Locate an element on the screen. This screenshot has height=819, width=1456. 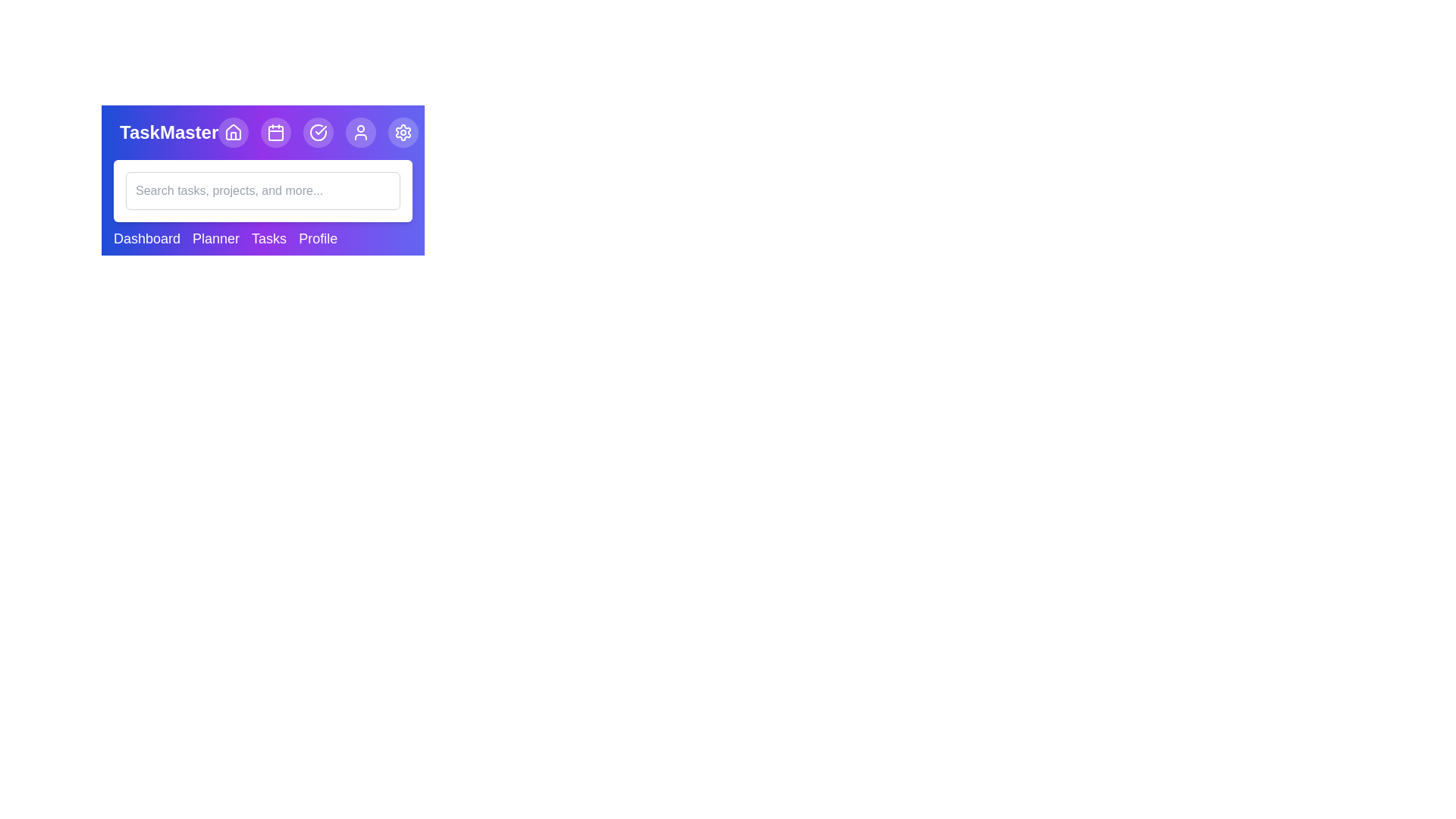
the navigation icon corresponding to CheckCircle is located at coordinates (318, 131).